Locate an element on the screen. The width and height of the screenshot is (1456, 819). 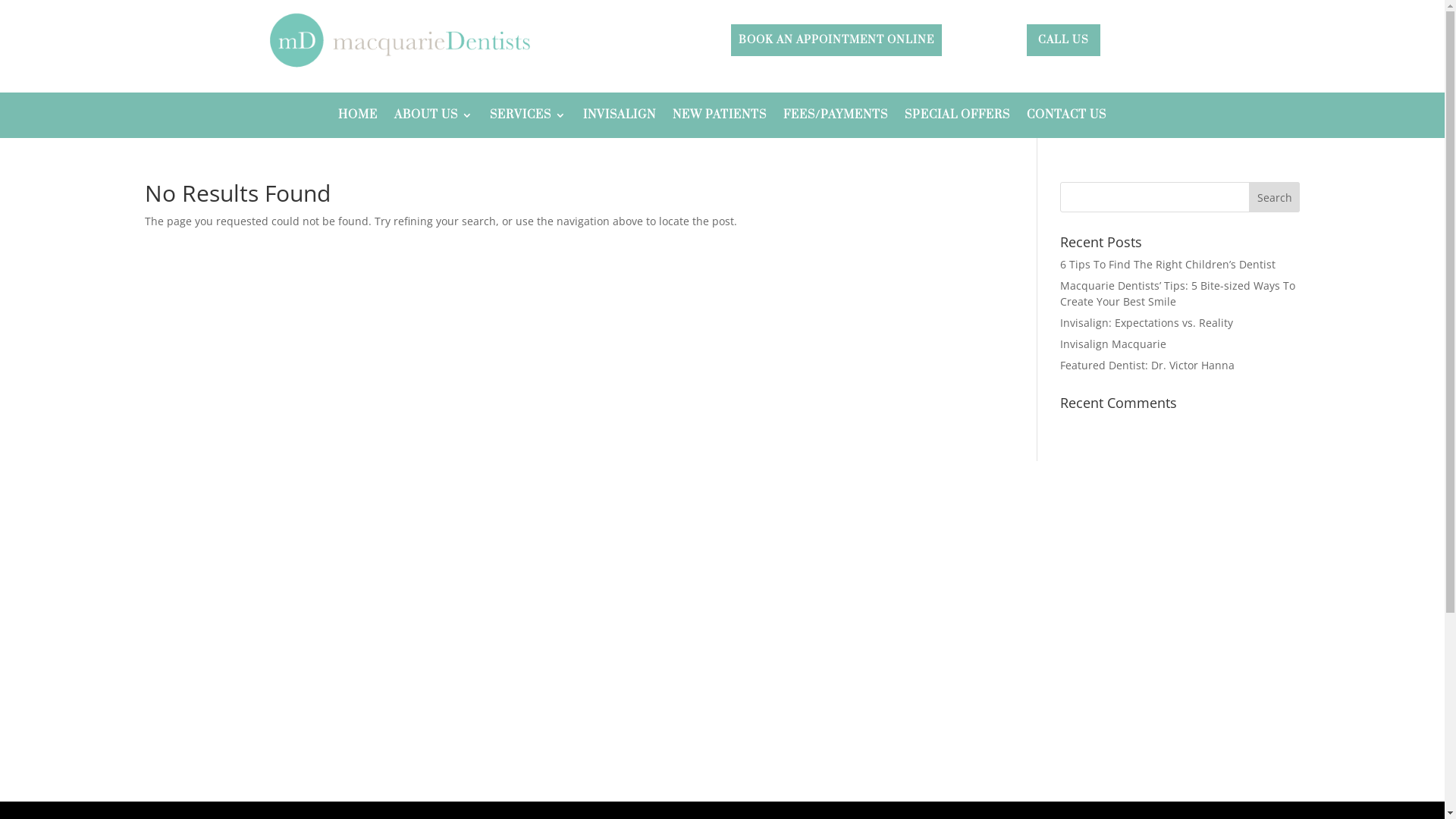
'FEES/PAYMENTS' is located at coordinates (835, 117).